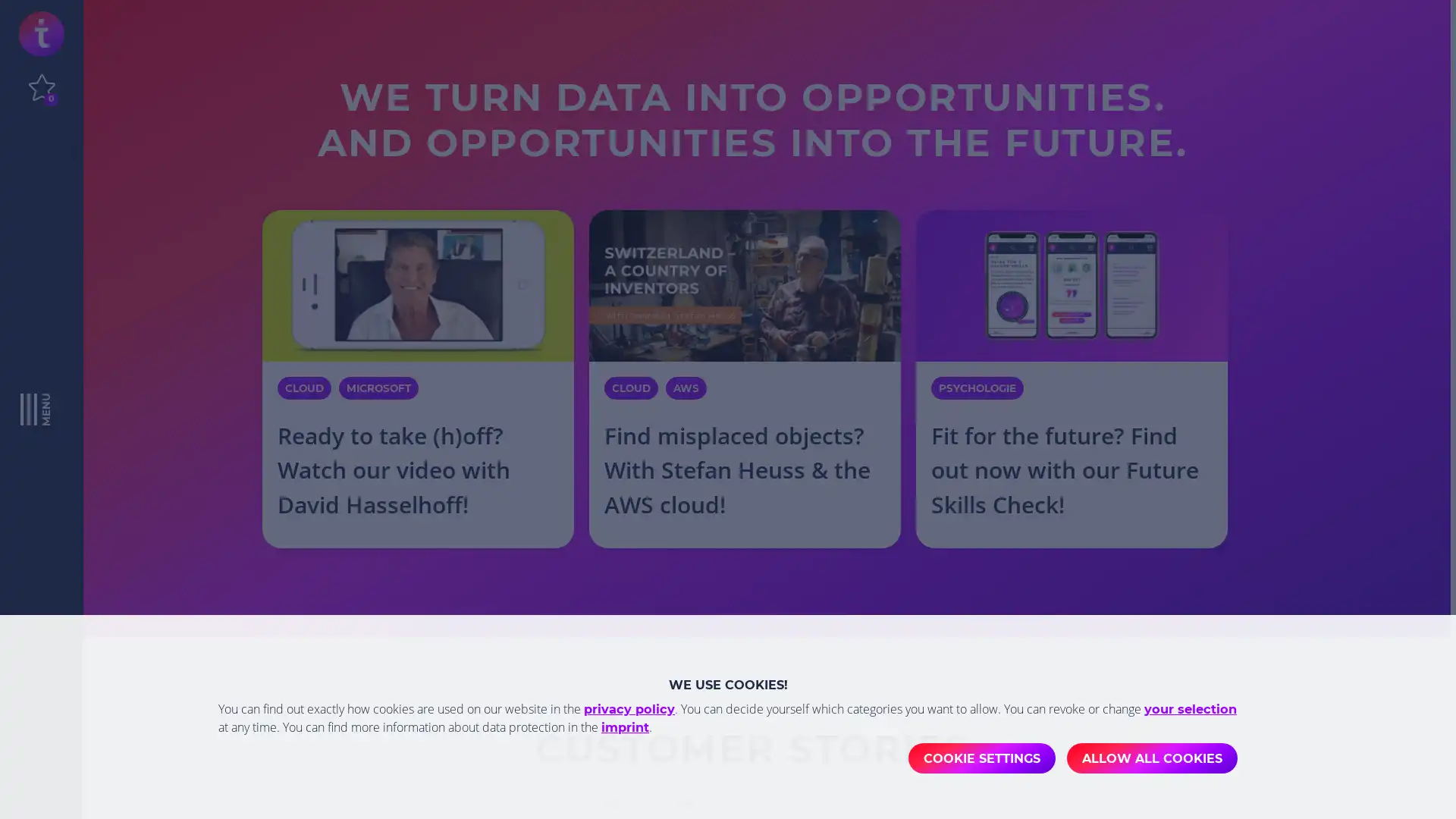 This screenshot has height=819, width=1456. I want to click on ALLOW ALL COOKIES, so click(1152, 758).